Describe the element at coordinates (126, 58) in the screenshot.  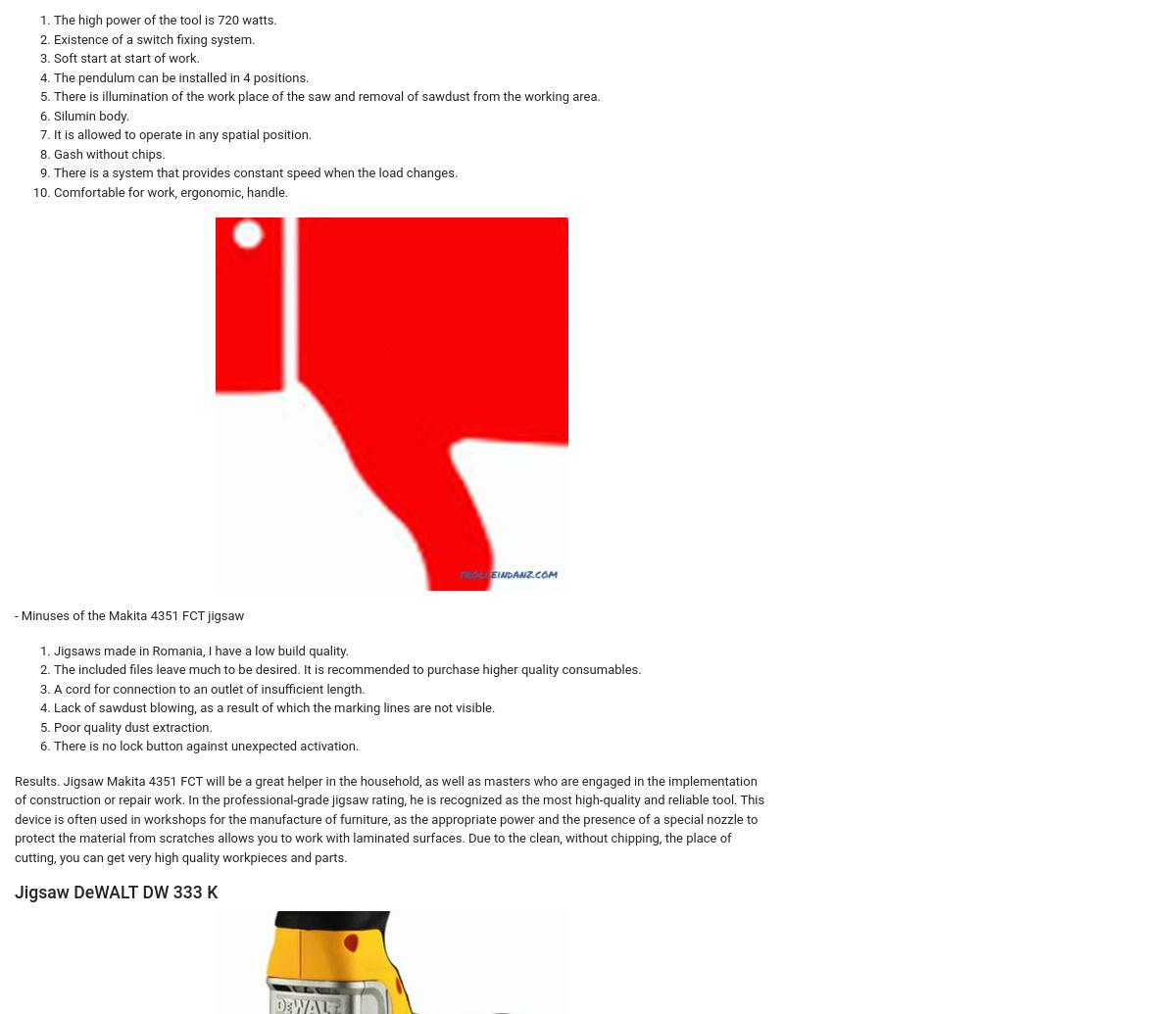
I see `'Soft start at start of work.'` at that location.